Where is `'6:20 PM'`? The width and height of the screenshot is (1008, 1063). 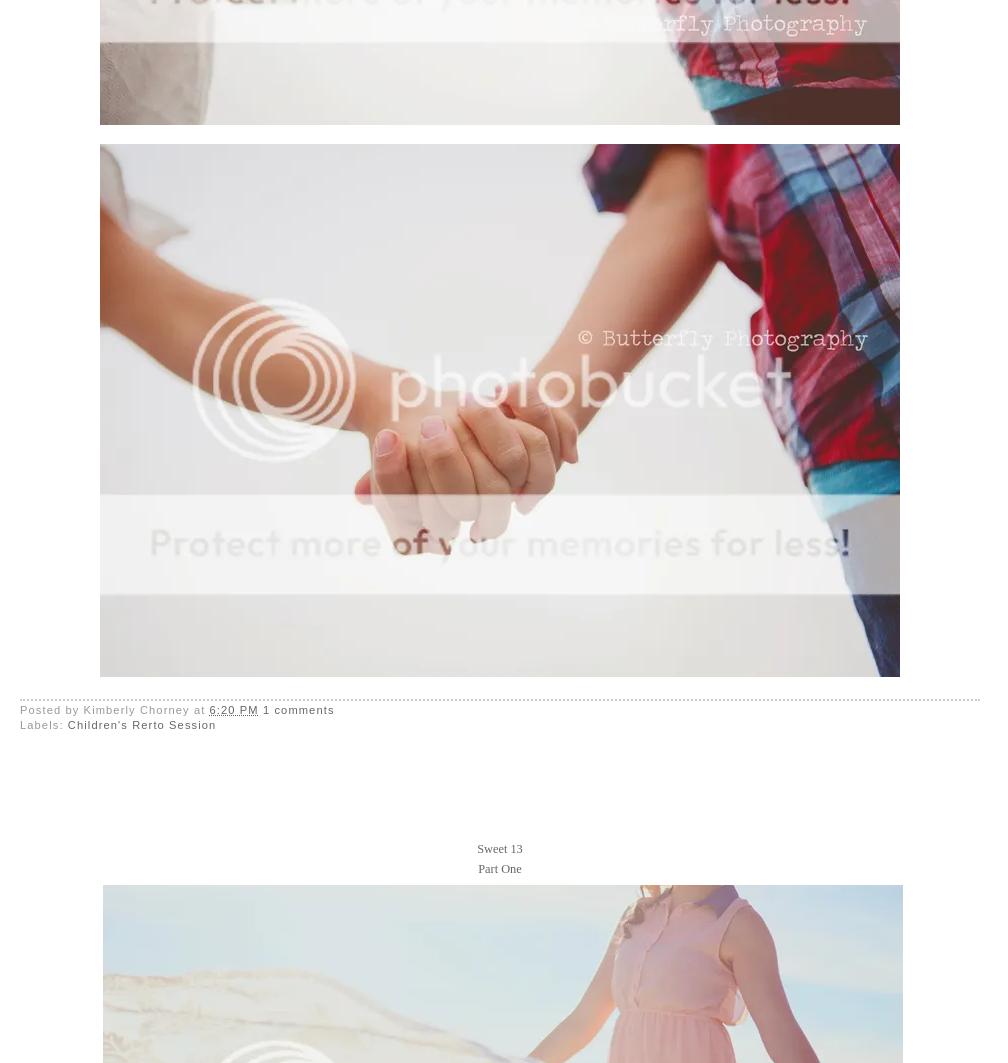 '6:20 PM' is located at coordinates (233, 708).